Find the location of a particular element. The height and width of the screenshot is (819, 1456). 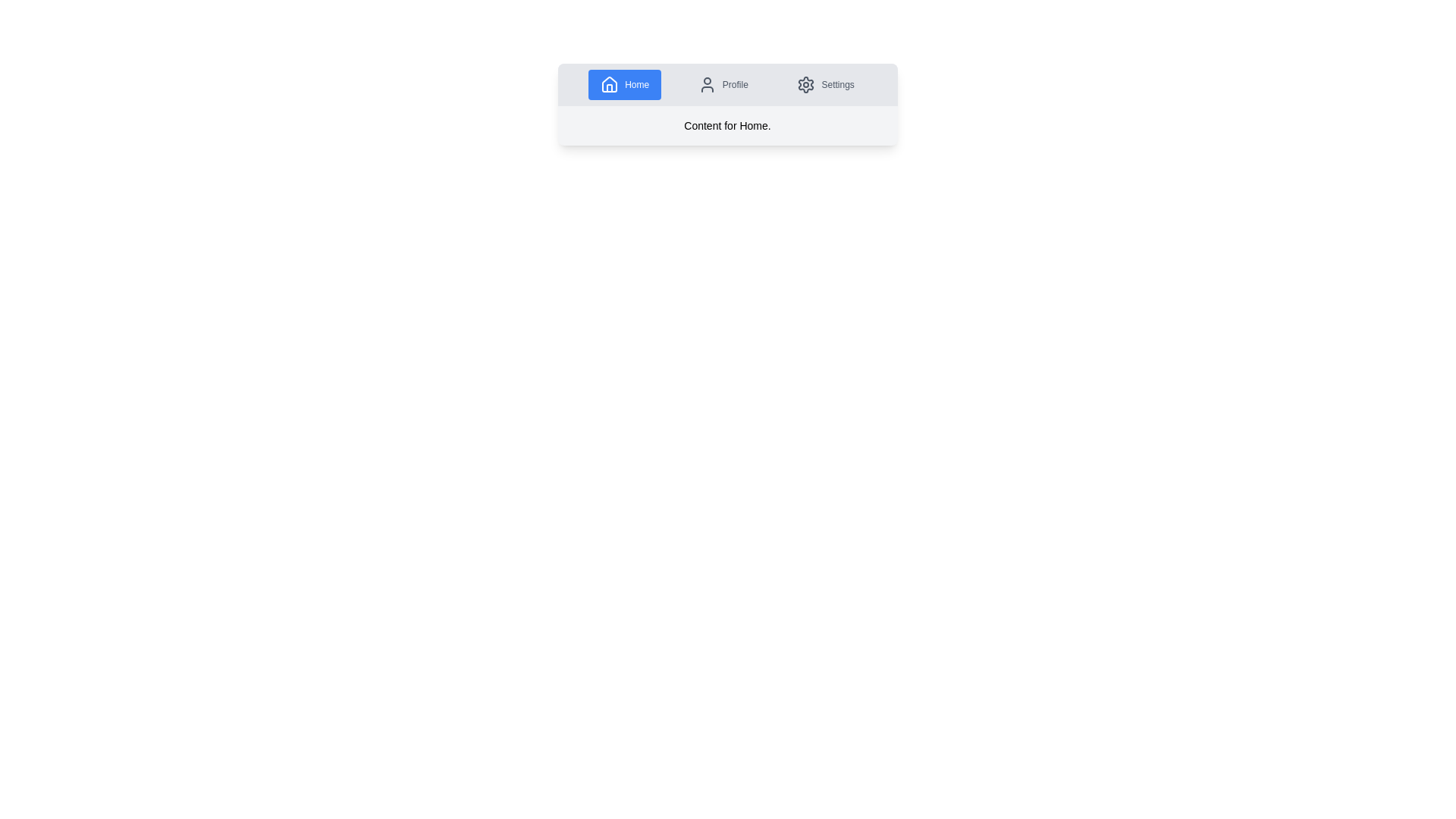

the Profile tab by clicking on its navigation button is located at coordinates (722, 84).